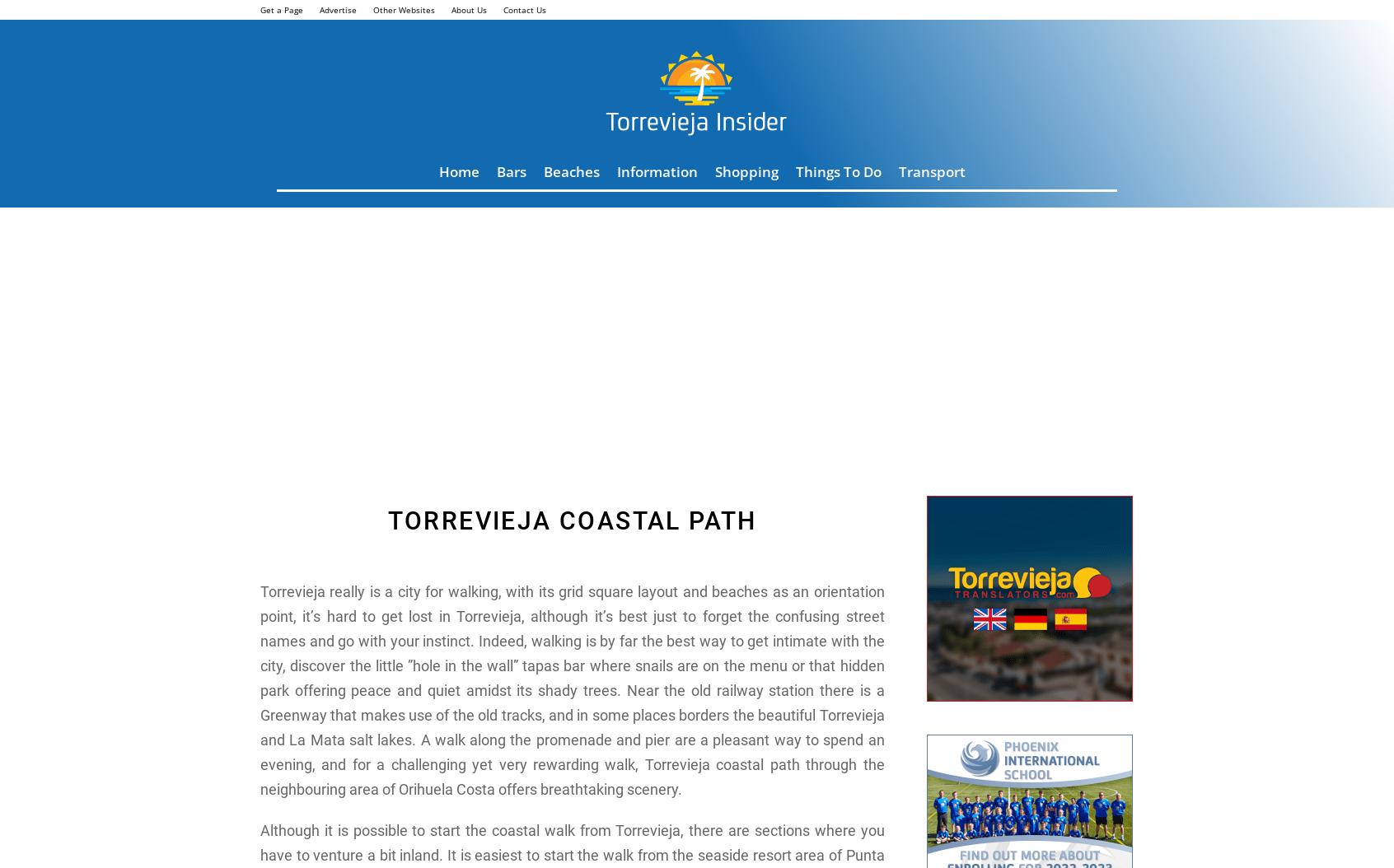 Image resolution: width=1394 pixels, height=868 pixels. I want to click on 'Home', so click(459, 170).